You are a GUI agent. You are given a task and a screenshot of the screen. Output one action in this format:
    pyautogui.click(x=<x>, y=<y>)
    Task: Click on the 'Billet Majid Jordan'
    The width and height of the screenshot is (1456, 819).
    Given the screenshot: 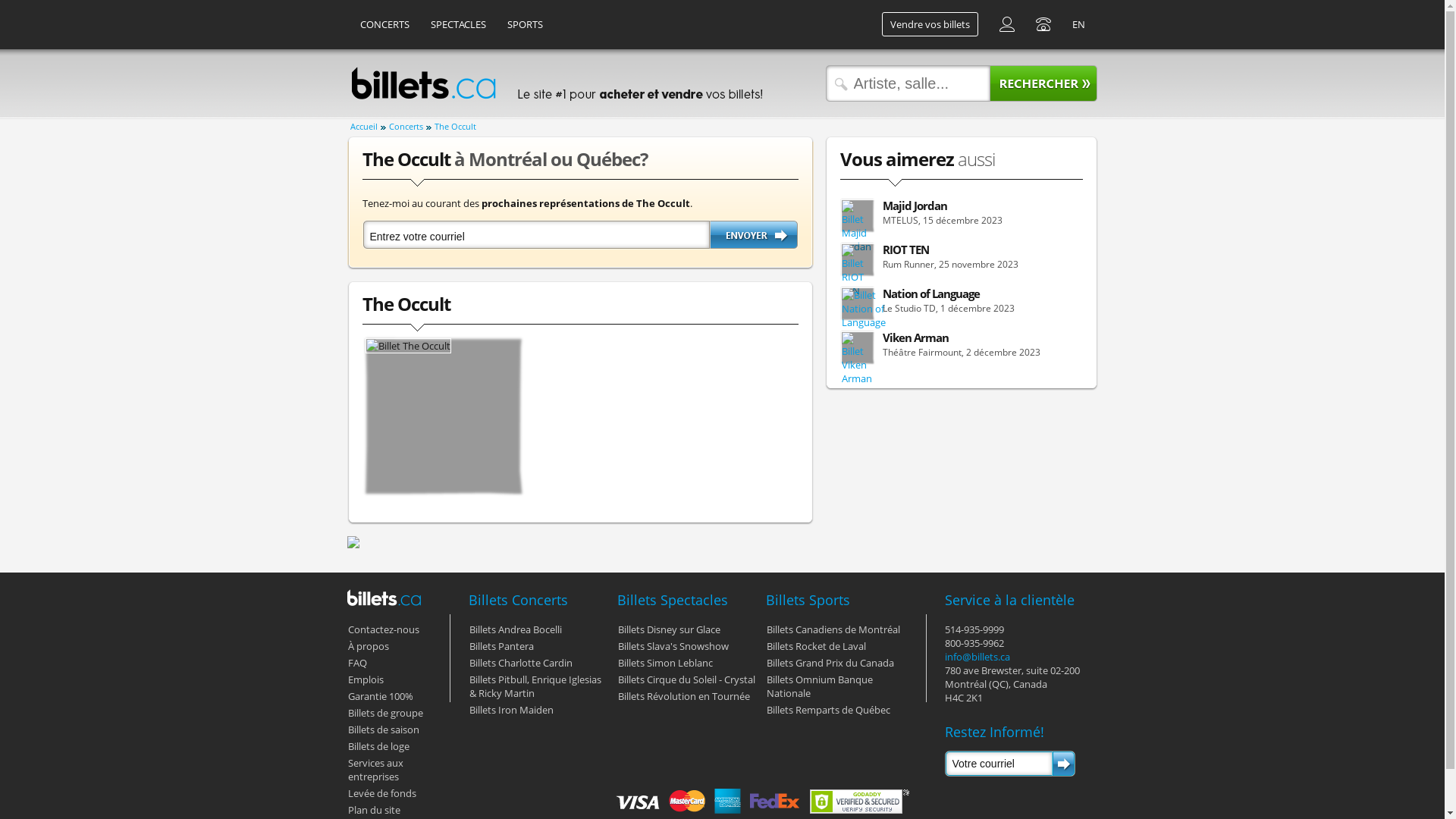 What is the action you would take?
    pyautogui.click(x=858, y=227)
    